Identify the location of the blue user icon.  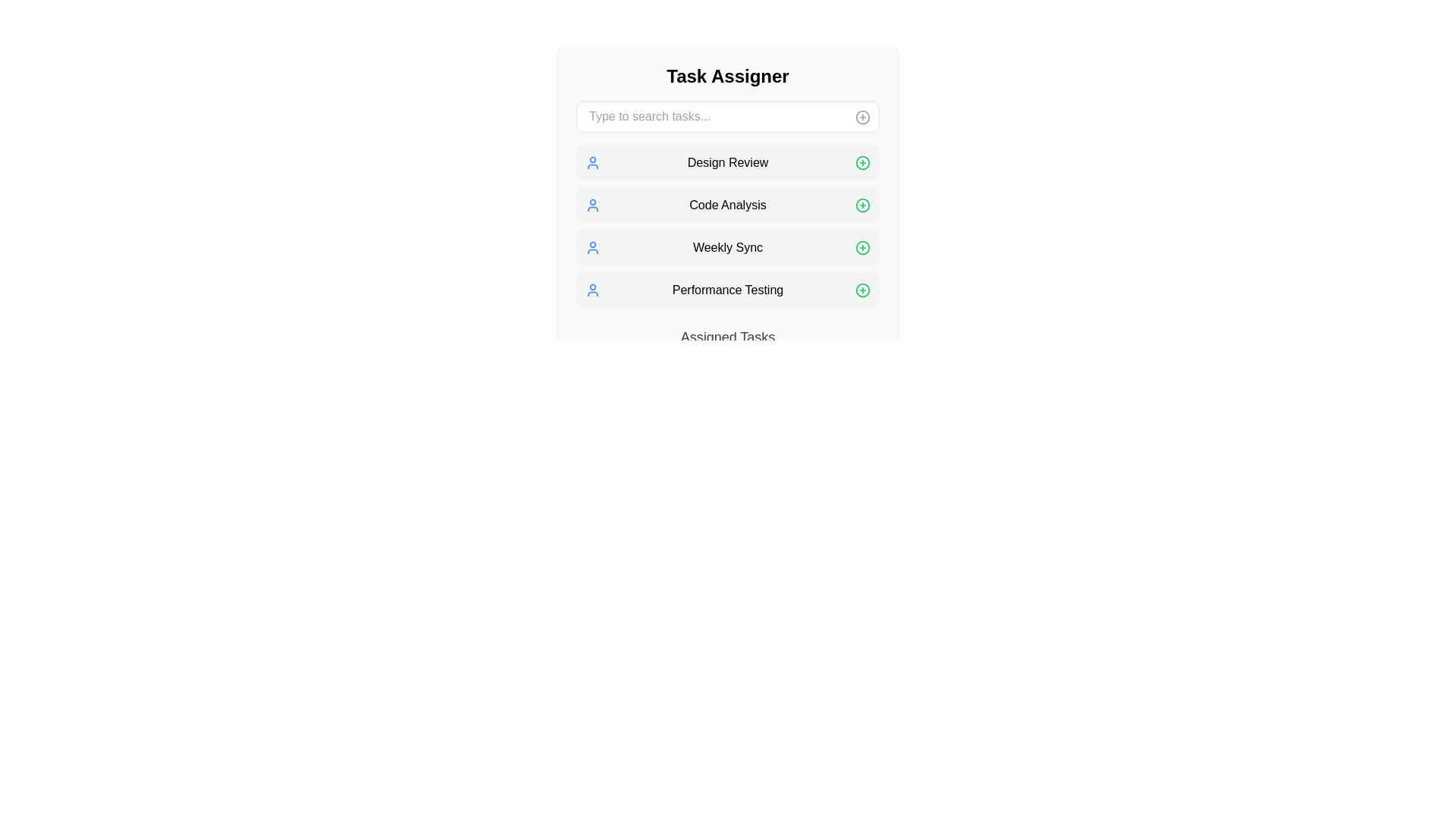
(592, 247).